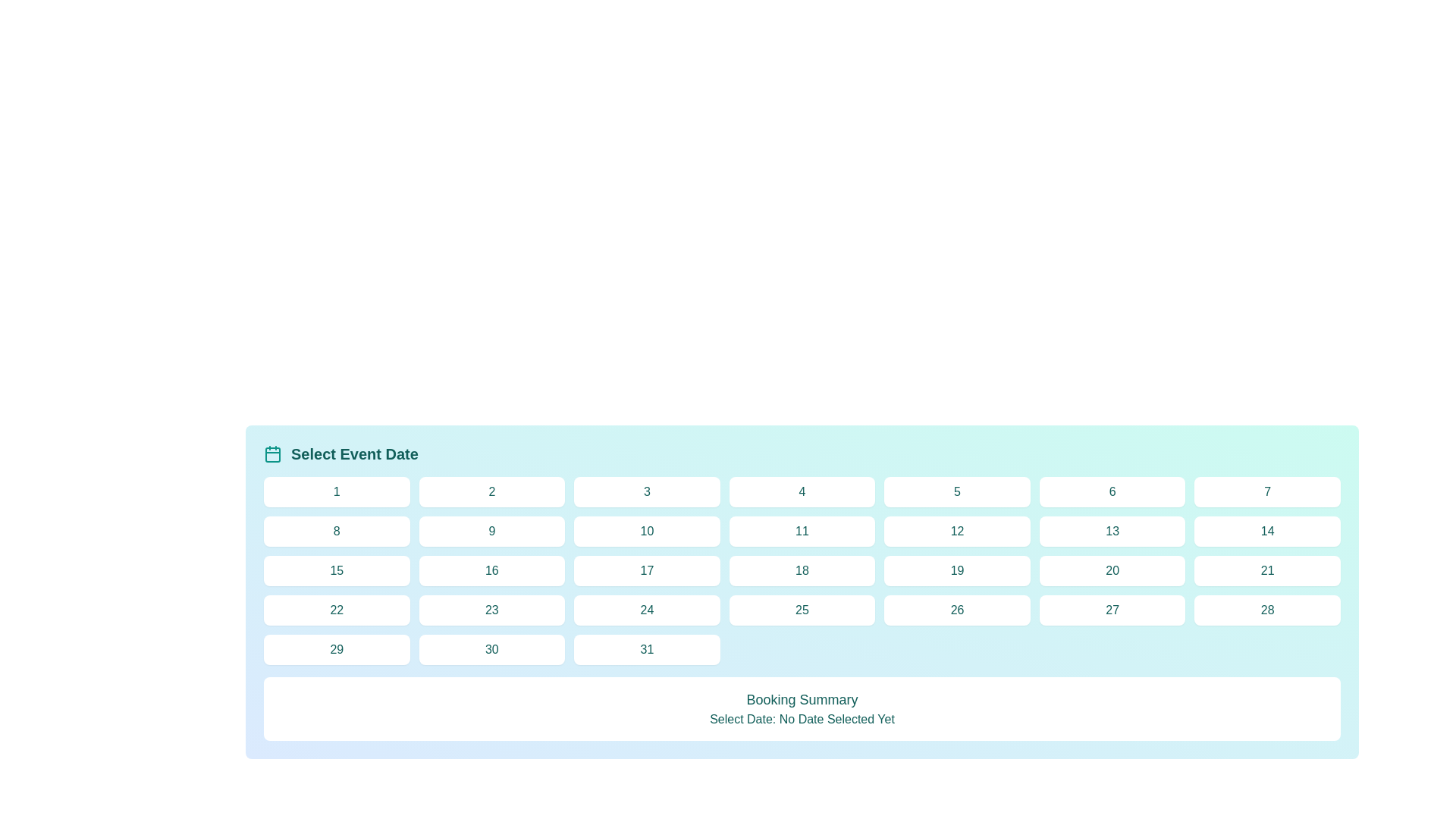 The height and width of the screenshot is (819, 1456). I want to click on the date '24' button in the calendar interface, so click(647, 610).